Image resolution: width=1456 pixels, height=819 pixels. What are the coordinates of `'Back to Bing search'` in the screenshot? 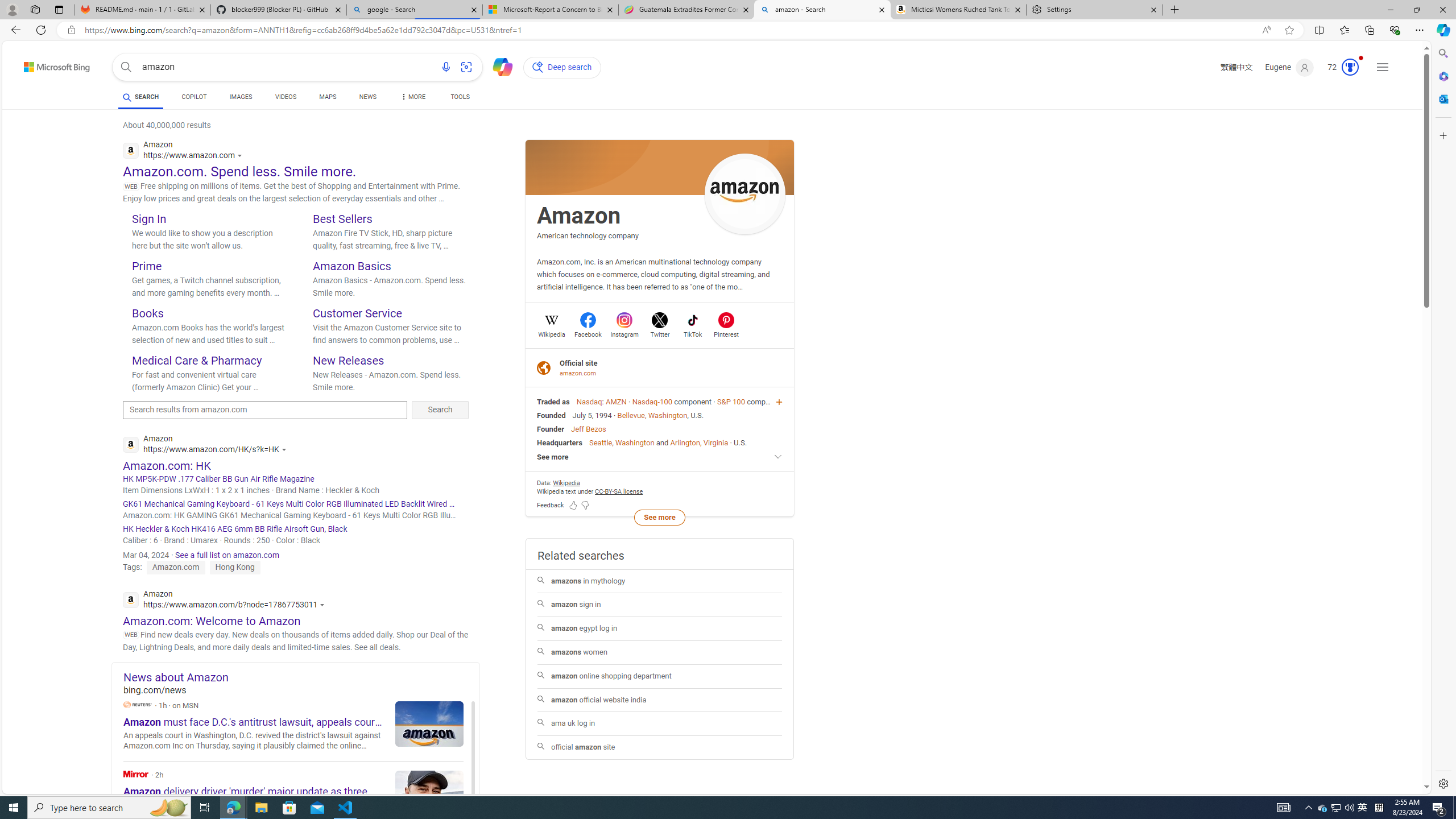 It's located at (49, 64).